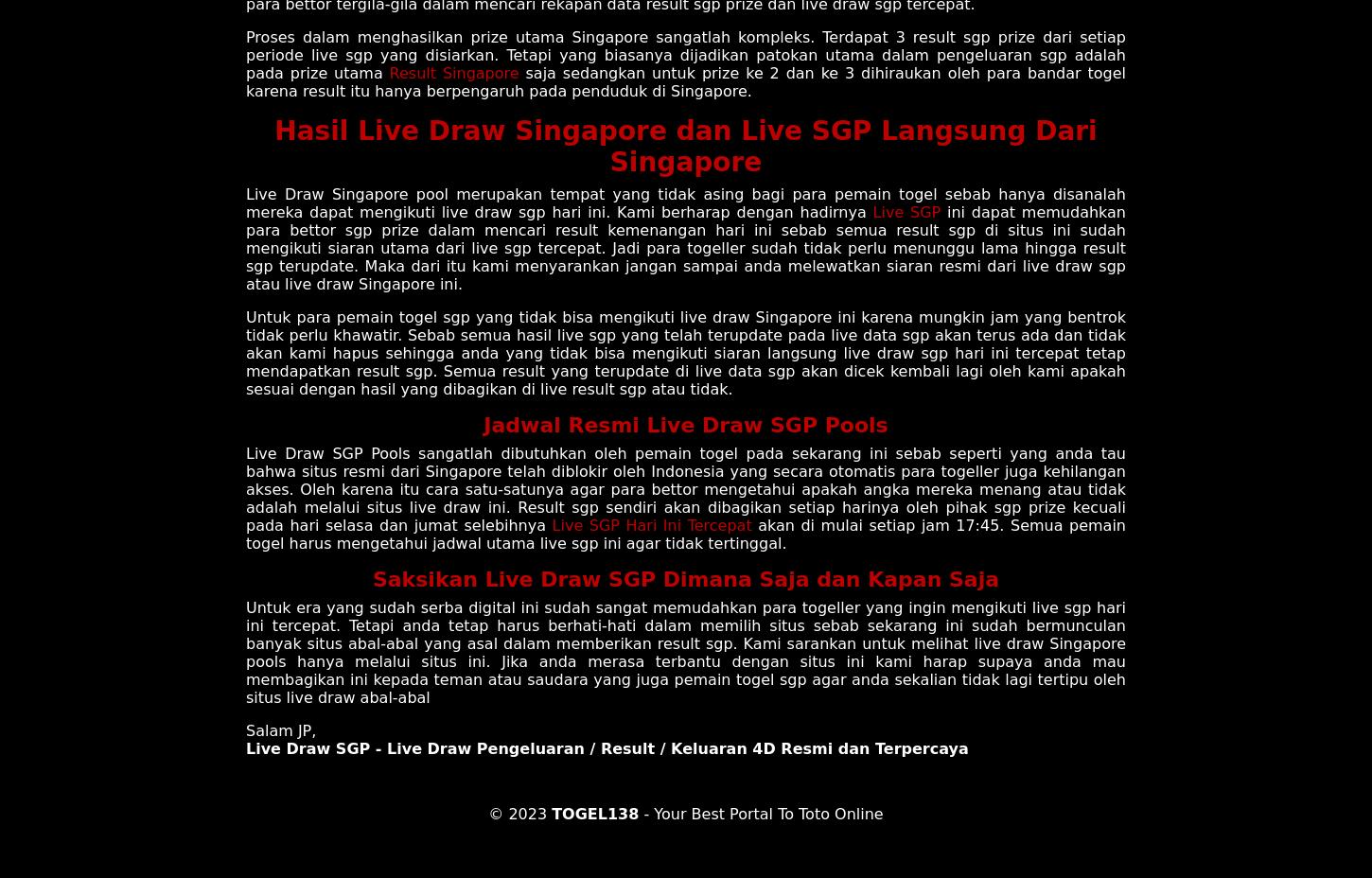 The height and width of the screenshot is (878, 1372). What do you see at coordinates (906, 211) in the screenshot?
I see `'Live SGP'` at bounding box center [906, 211].